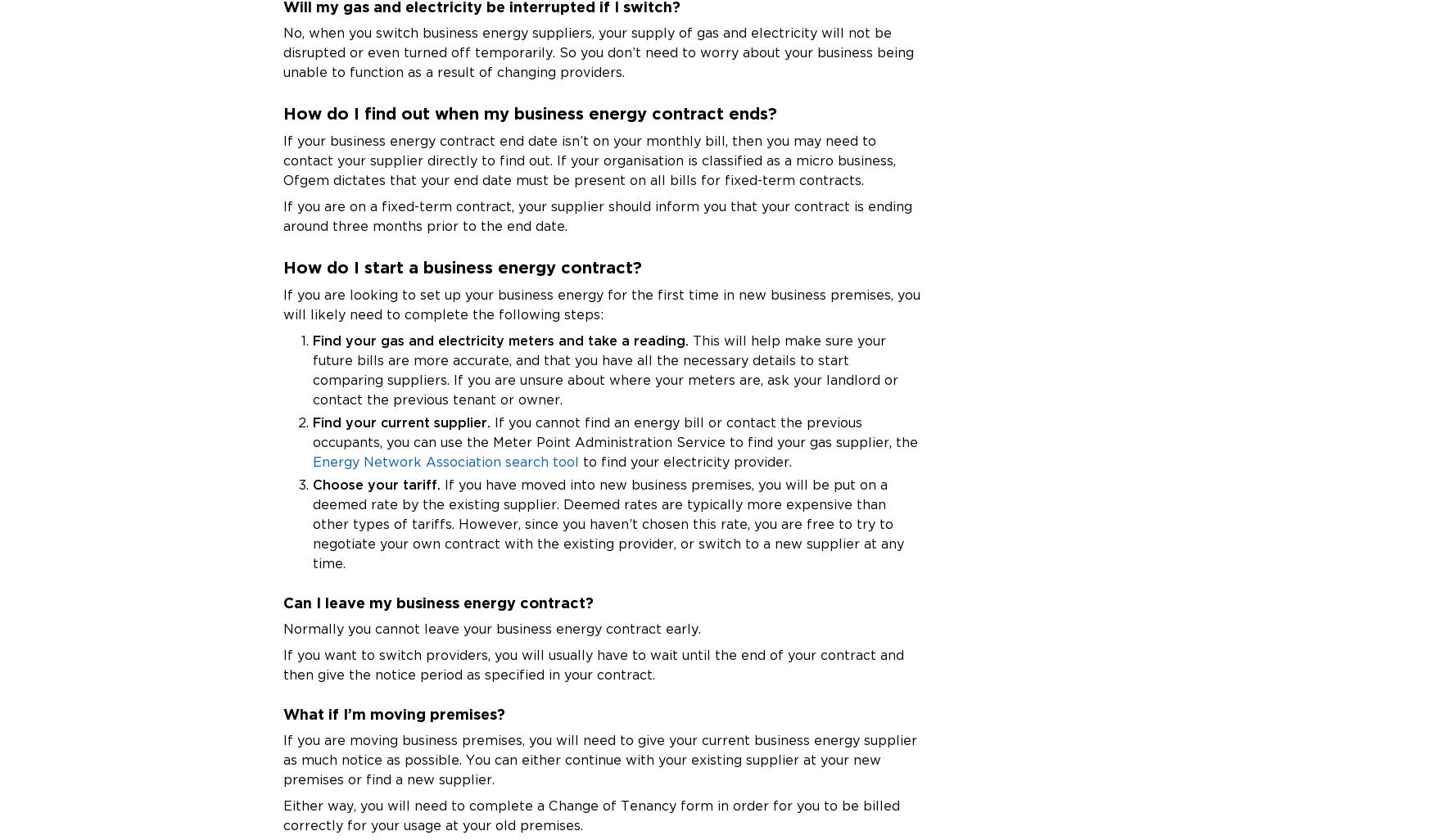 The image size is (1456, 840). I want to click on 'Either way, you will need to complete a Change of Tenancy form in order for you to be billed correctly for your usage at your old premises.', so click(282, 814).